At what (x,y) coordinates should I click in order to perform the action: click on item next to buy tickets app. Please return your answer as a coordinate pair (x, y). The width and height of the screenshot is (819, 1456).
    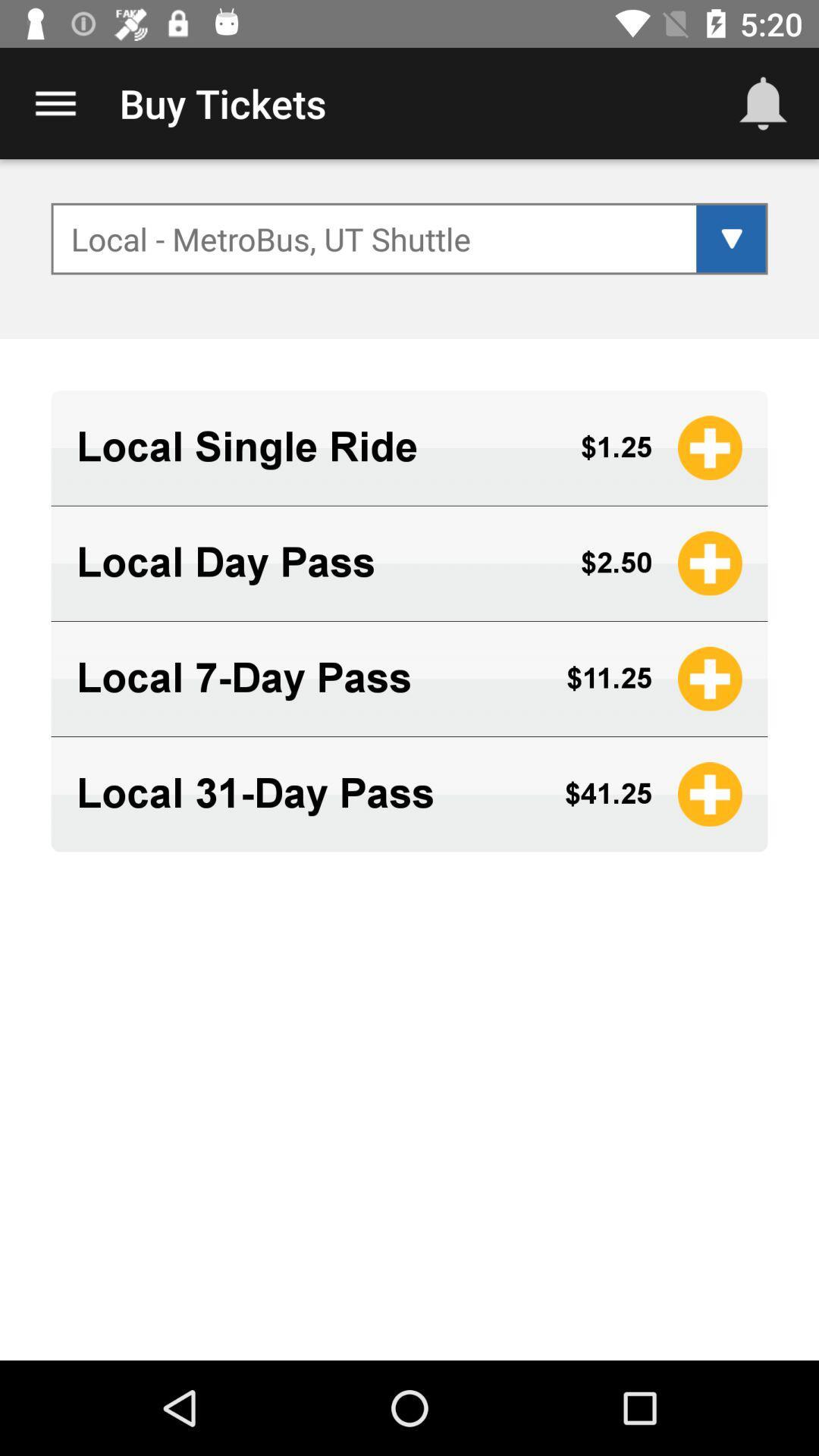
    Looking at the image, I should click on (763, 102).